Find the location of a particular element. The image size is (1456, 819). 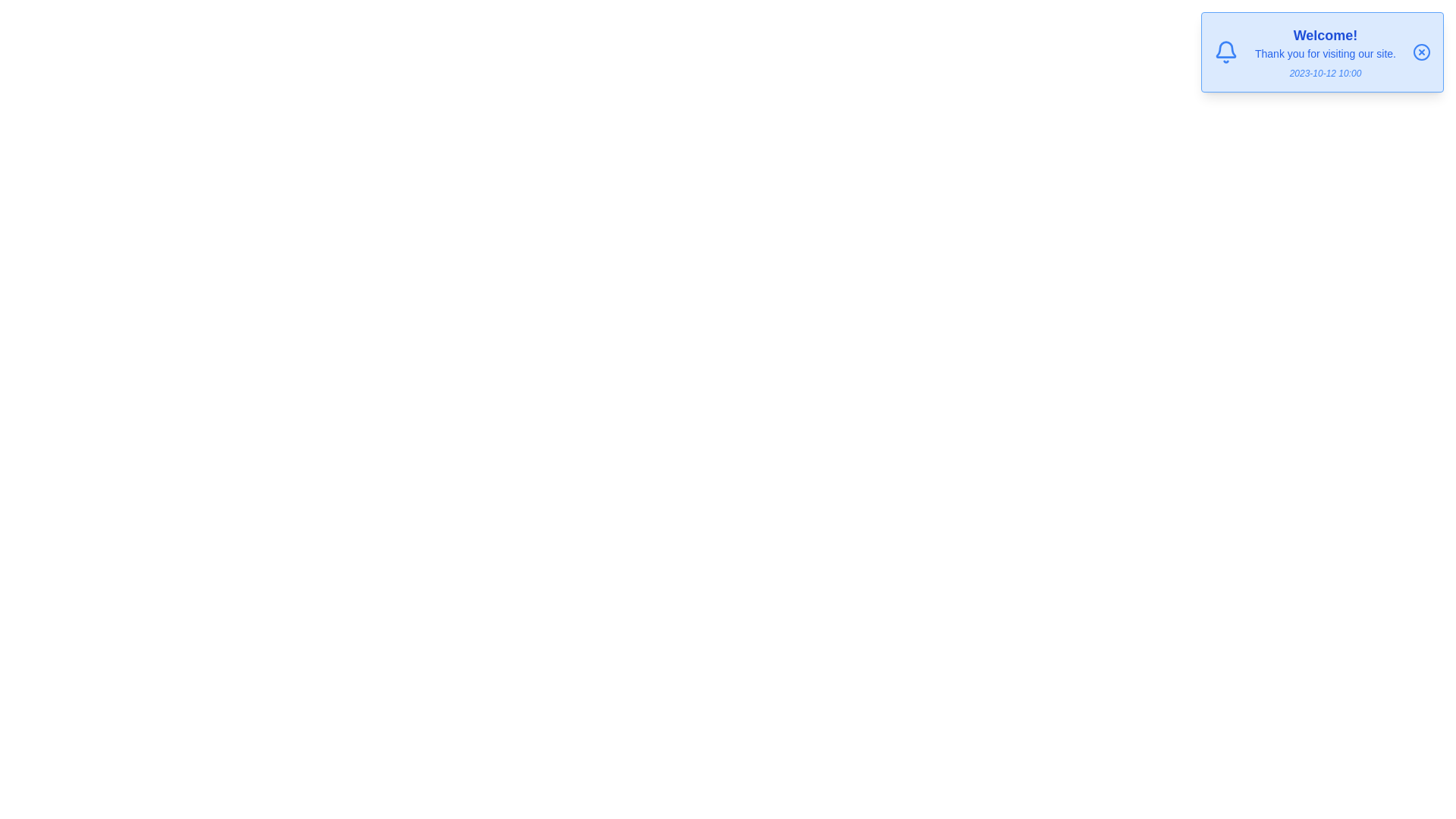

the close button of the snackbar to dismiss the message is located at coordinates (1421, 52).